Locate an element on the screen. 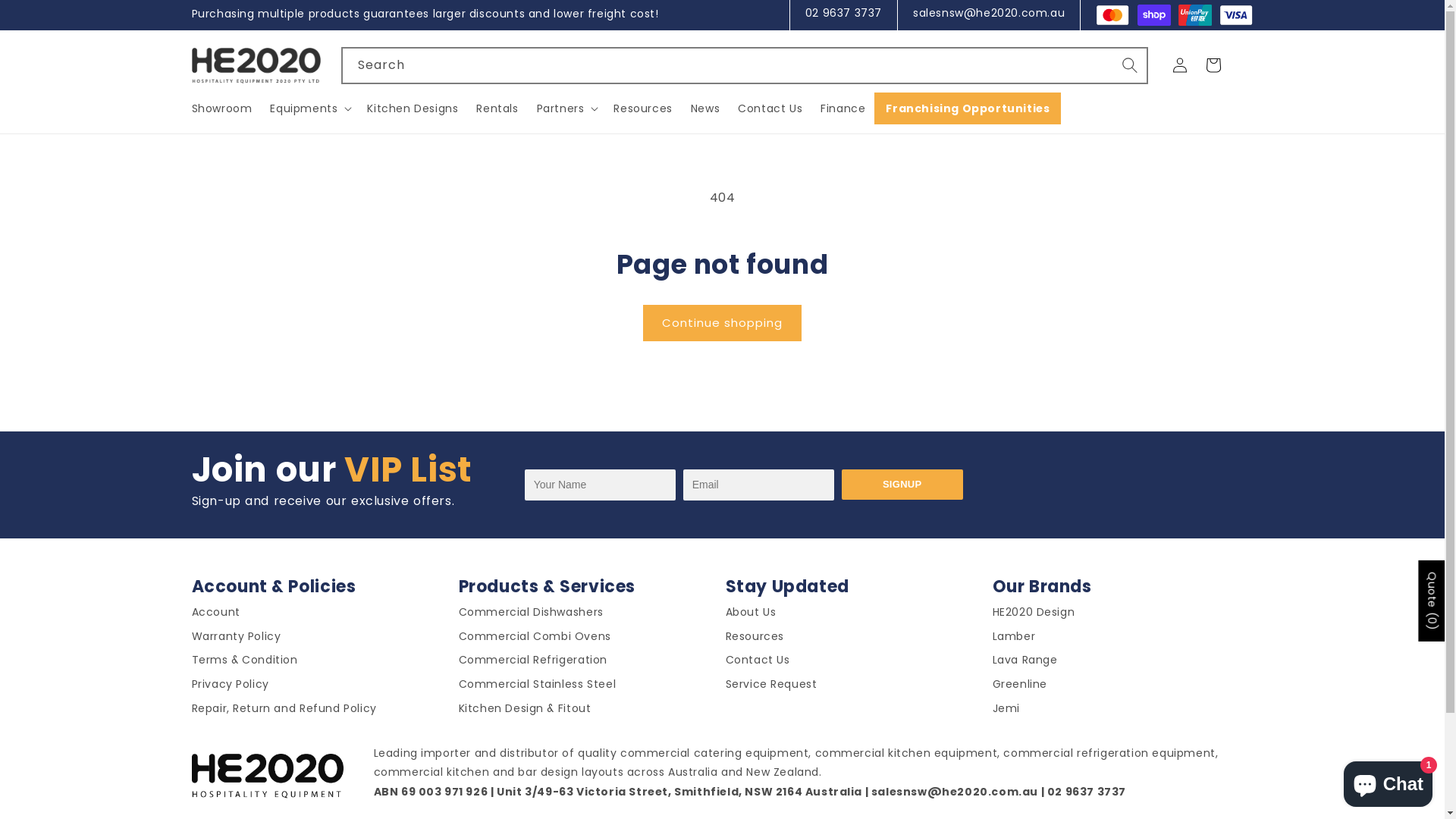 This screenshot has width=1456, height=819. 'SIGNUP' is located at coordinates (902, 485).